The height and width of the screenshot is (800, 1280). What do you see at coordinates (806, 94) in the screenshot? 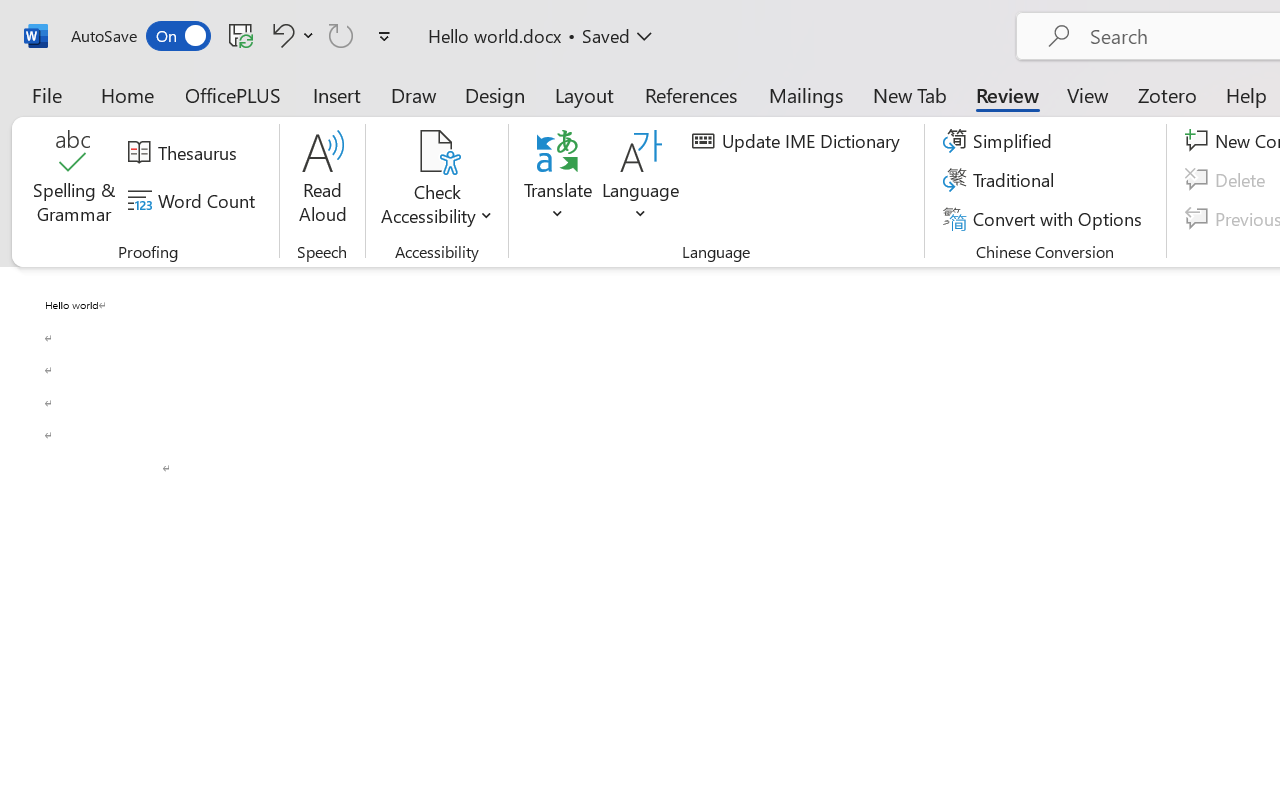
I see `'Mailings'` at bounding box center [806, 94].